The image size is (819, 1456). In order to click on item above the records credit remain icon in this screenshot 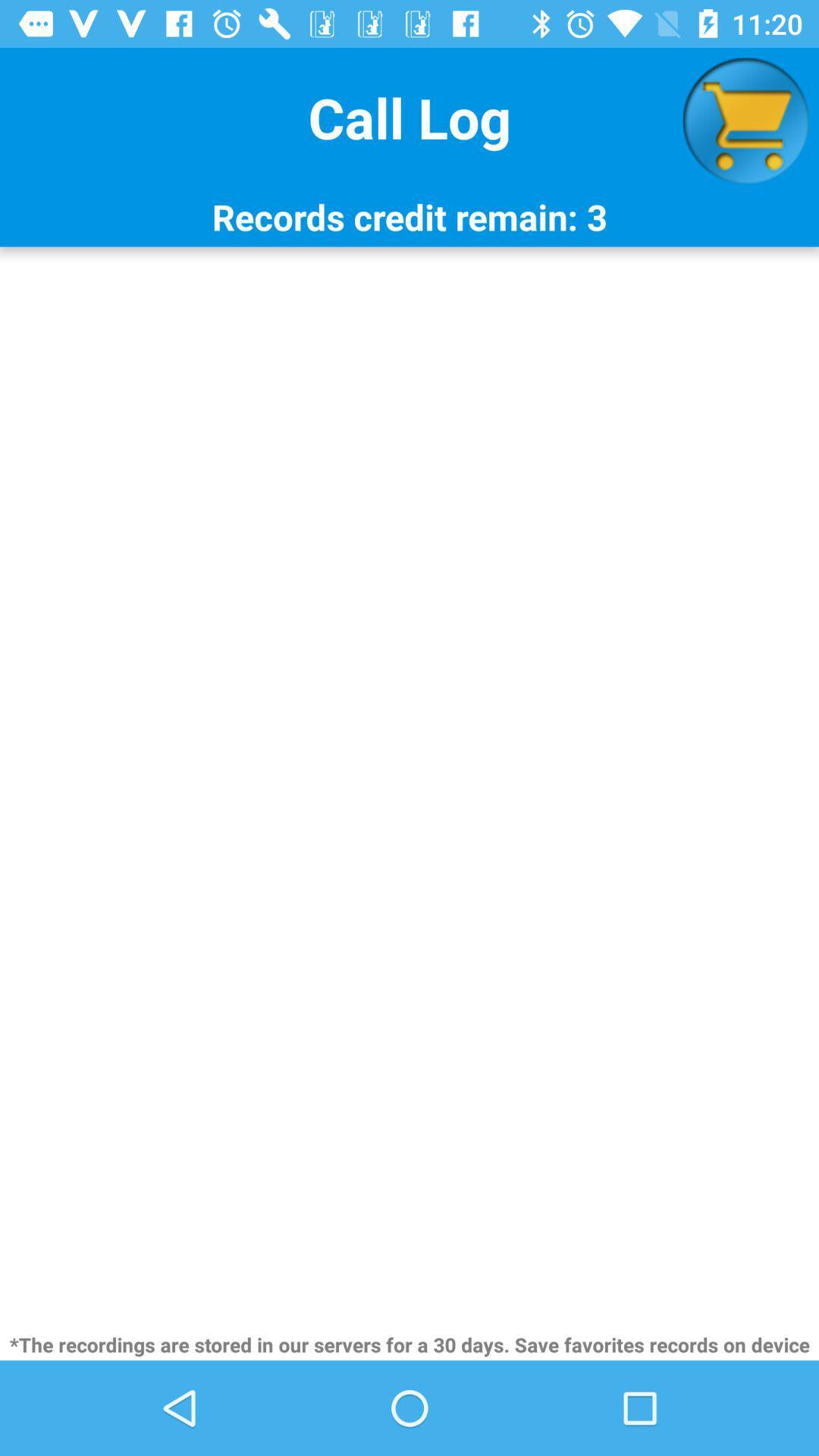, I will do `click(745, 120)`.